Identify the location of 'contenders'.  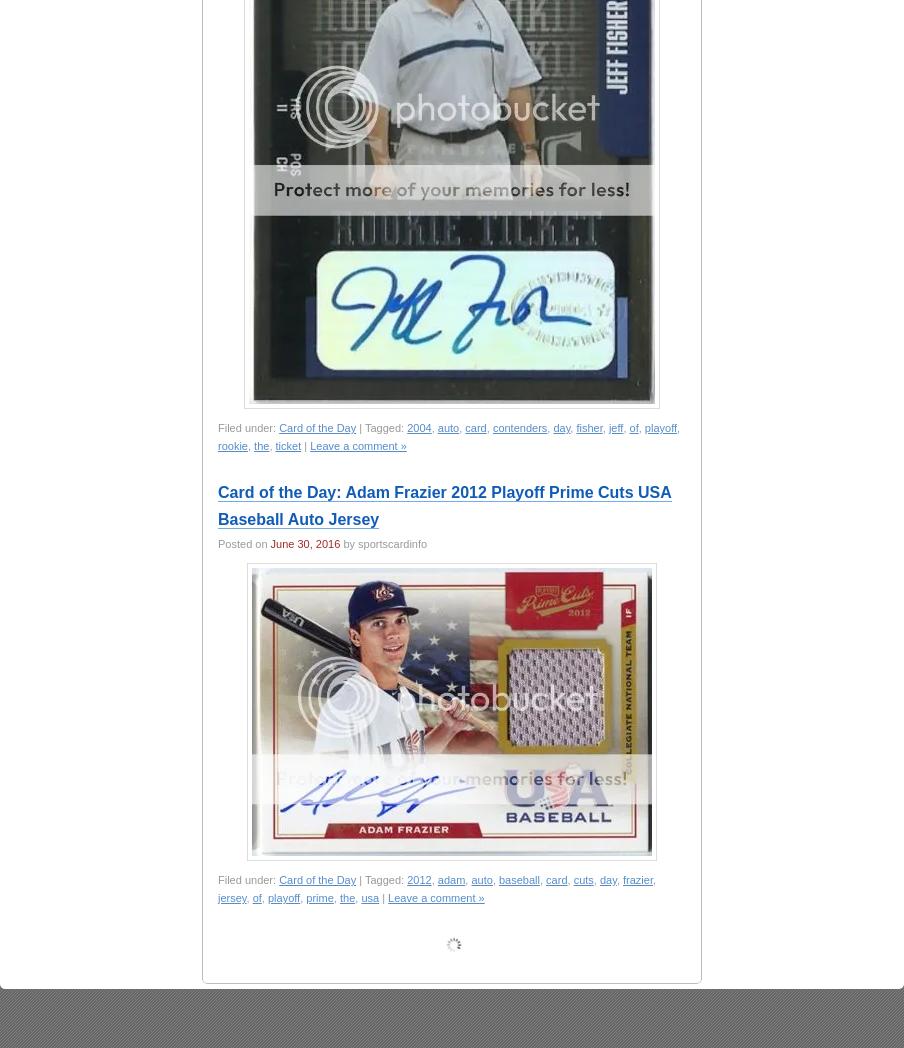
(519, 428).